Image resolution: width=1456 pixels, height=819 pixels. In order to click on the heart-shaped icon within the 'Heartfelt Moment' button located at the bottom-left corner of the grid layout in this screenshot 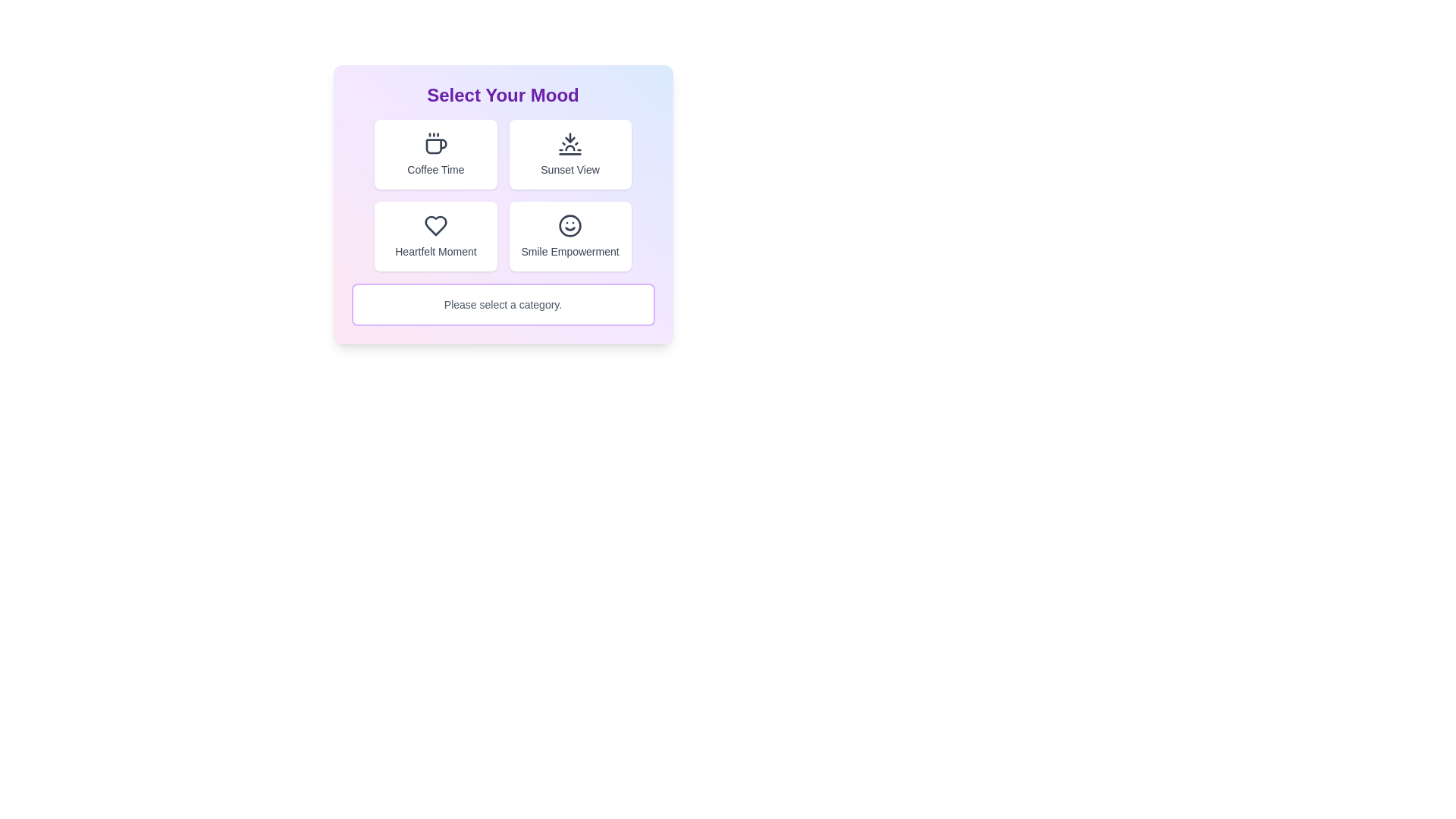, I will do `click(435, 225)`.